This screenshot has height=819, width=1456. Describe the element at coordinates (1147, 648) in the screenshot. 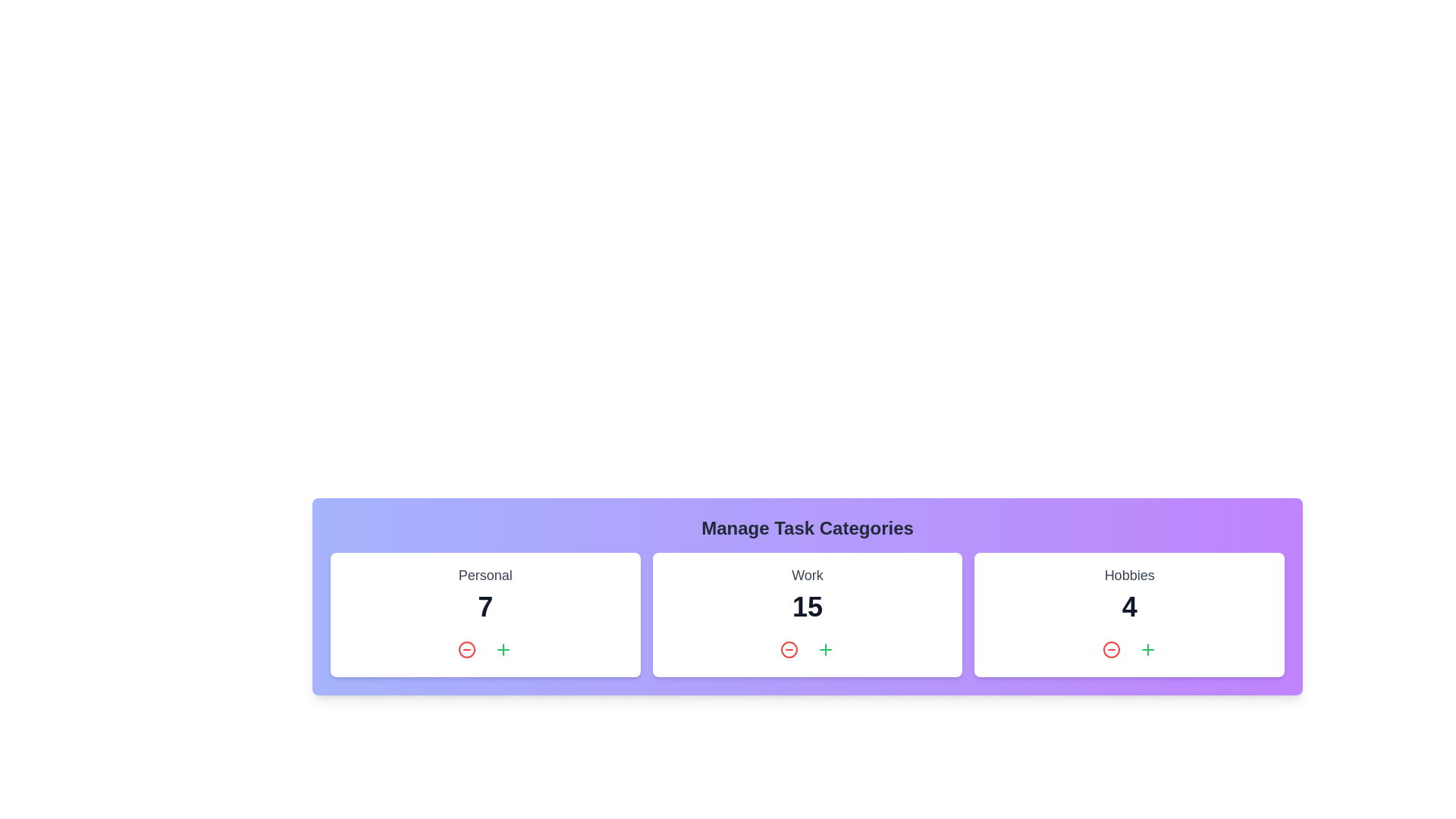

I see `'Plus' button in the 'Hobbies' category to increase its task count` at that location.